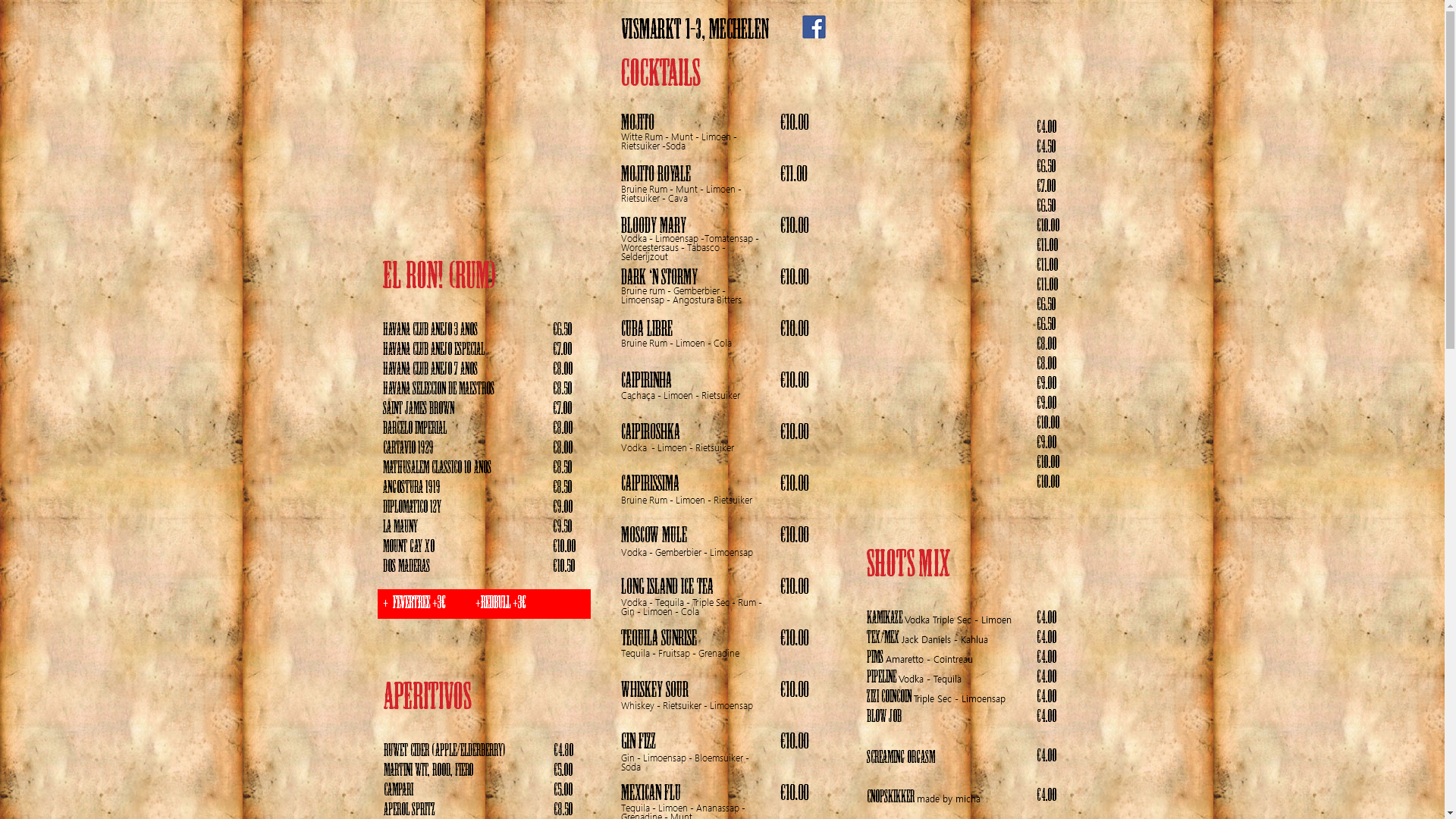 Image resolution: width=1456 pixels, height=819 pixels. I want to click on 'Facebook', so click(813, 27).